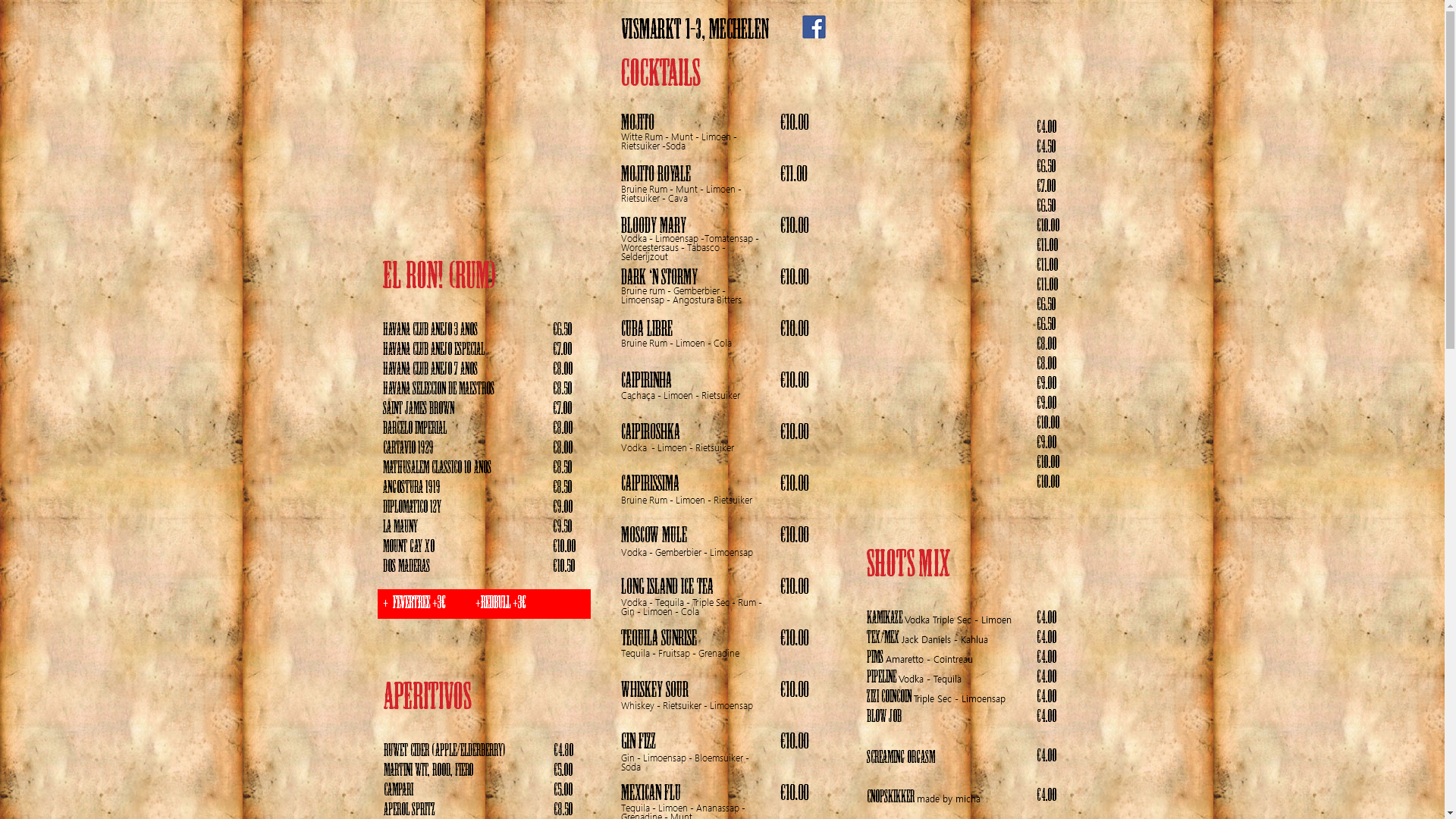 Image resolution: width=1456 pixels, height=819 pixels. I want to click on 'Facebook', so click(813, 27).